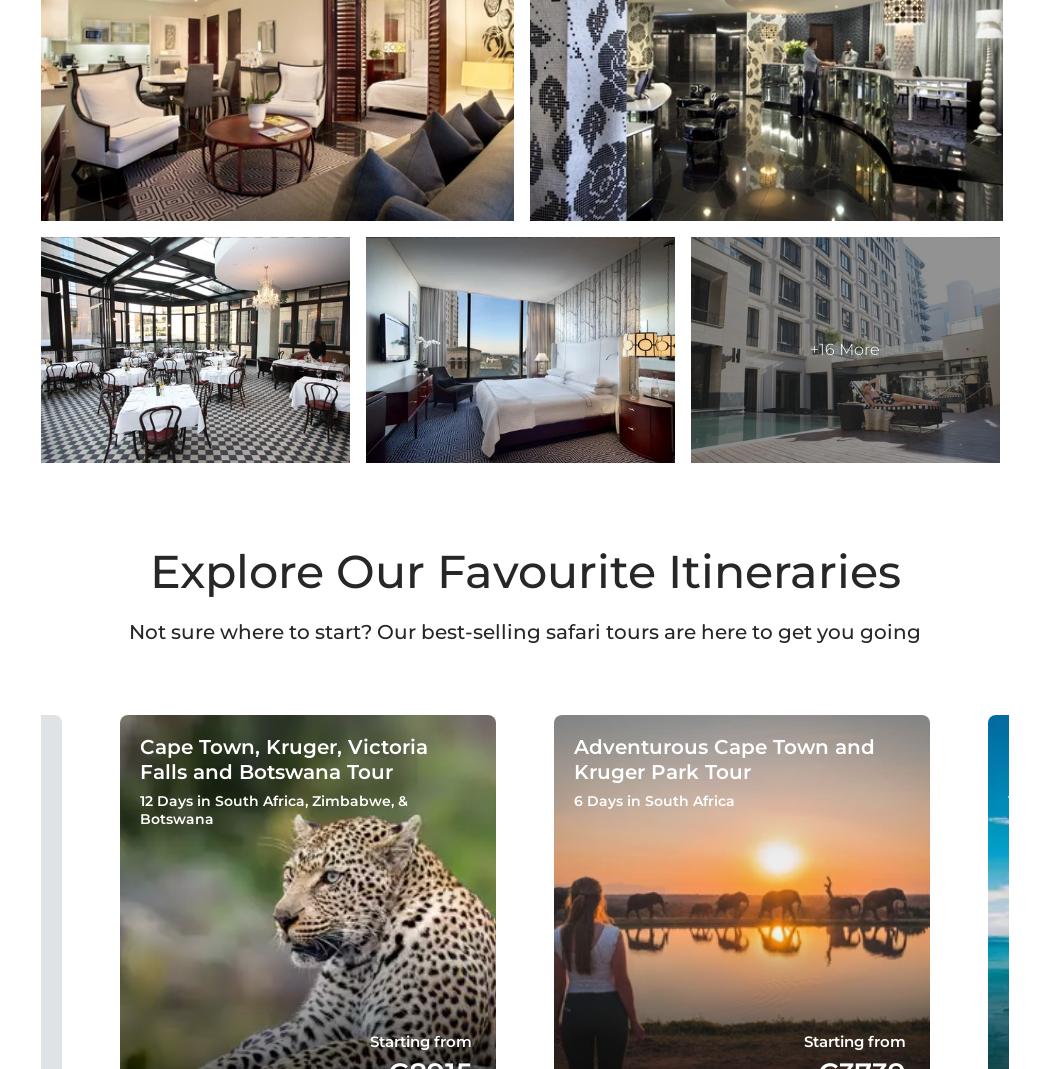 Image resolution: width=1050 pixels, height=1069 pixels. What do you see at coordinates (402, 800) in the screenshot?
I see `'&'` at bounding box center [402, 800].